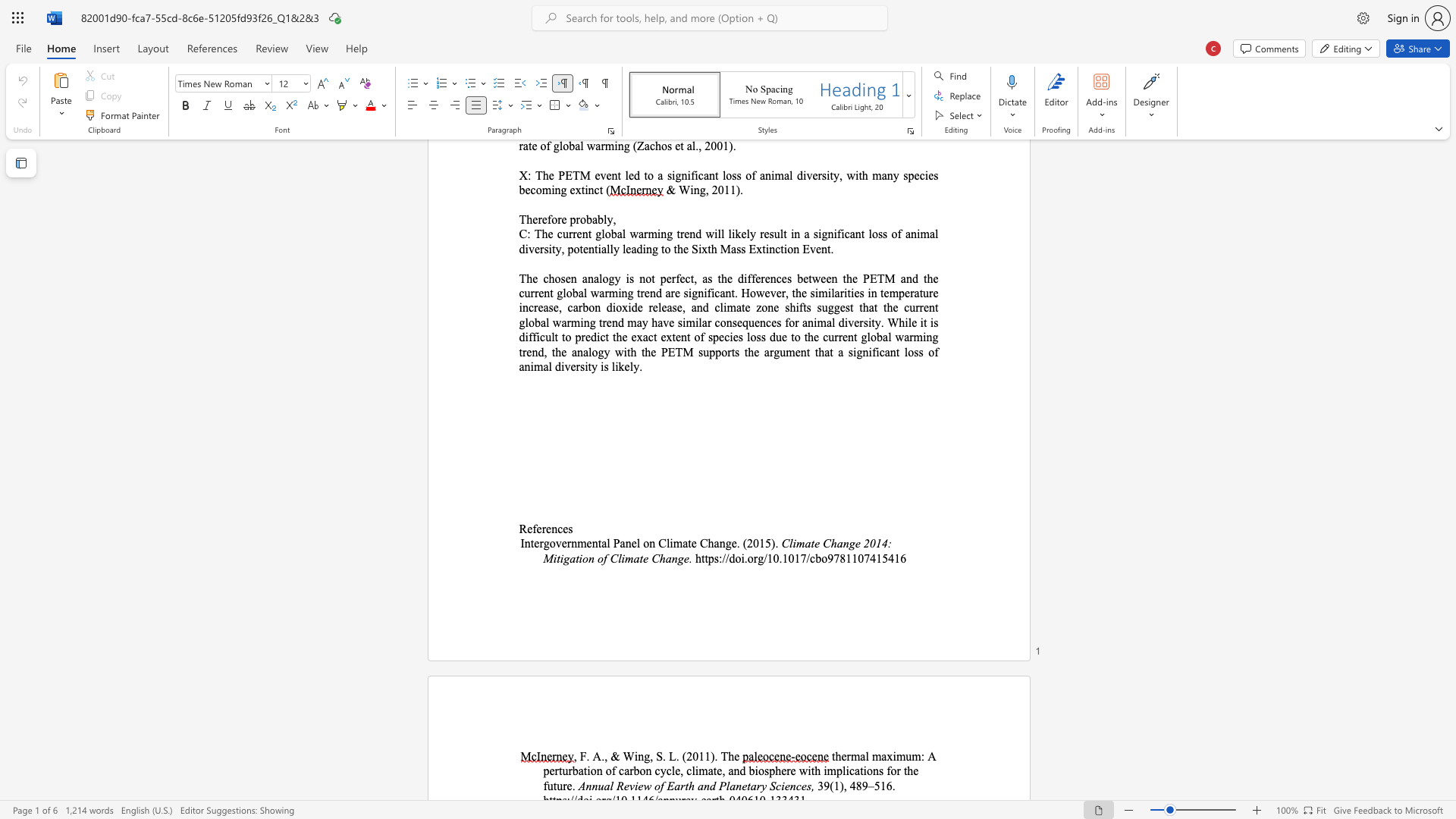 The height and width of the screenshot is (819, 1456). What do you see at coordinates (603, 542) in the screenshot?
I see `the 1th character "a" in the text` at bounding box center [603, 542].